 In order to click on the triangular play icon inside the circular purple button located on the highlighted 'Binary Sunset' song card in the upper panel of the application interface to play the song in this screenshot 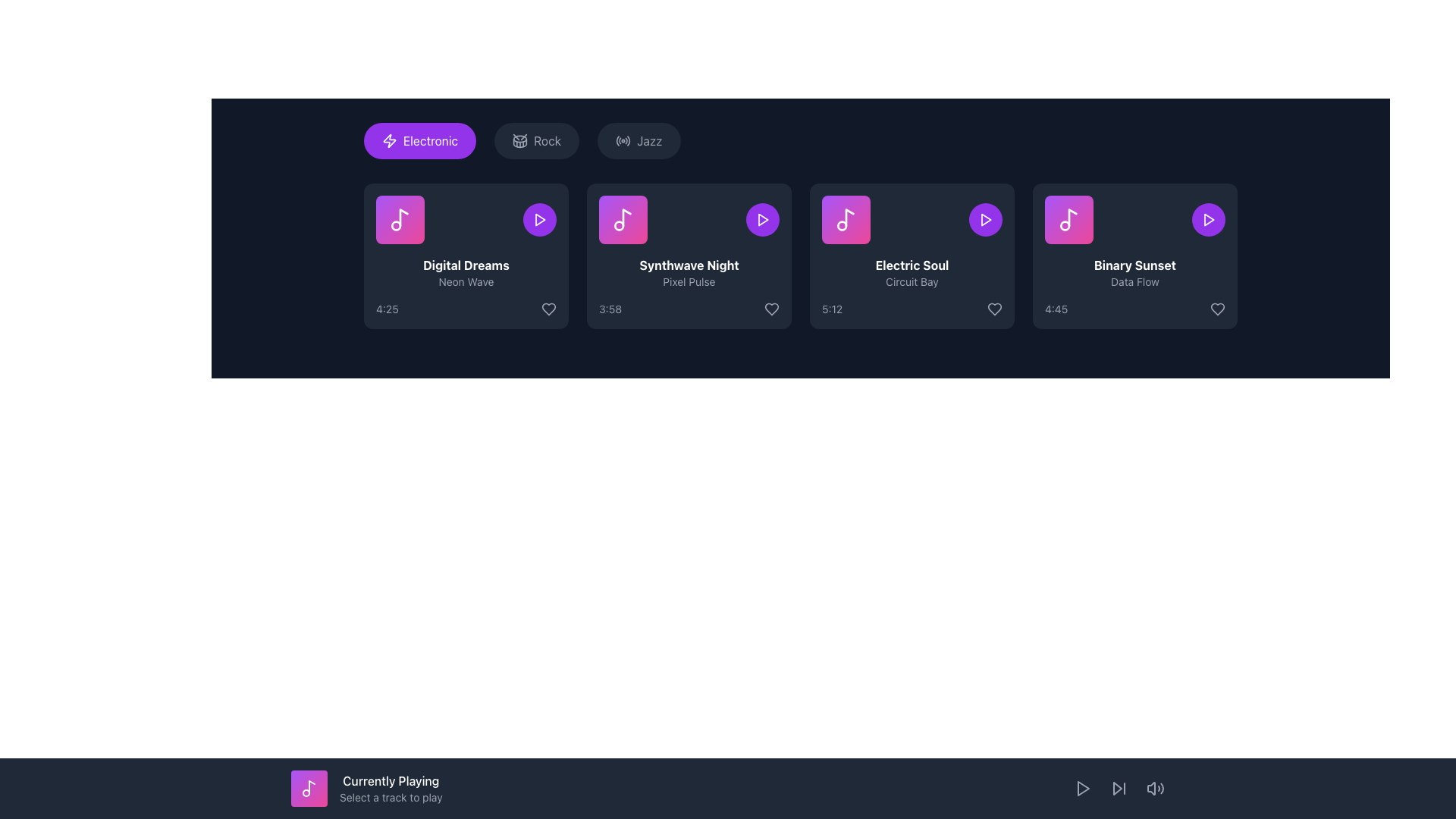, I will do `click(1207, 219)`.